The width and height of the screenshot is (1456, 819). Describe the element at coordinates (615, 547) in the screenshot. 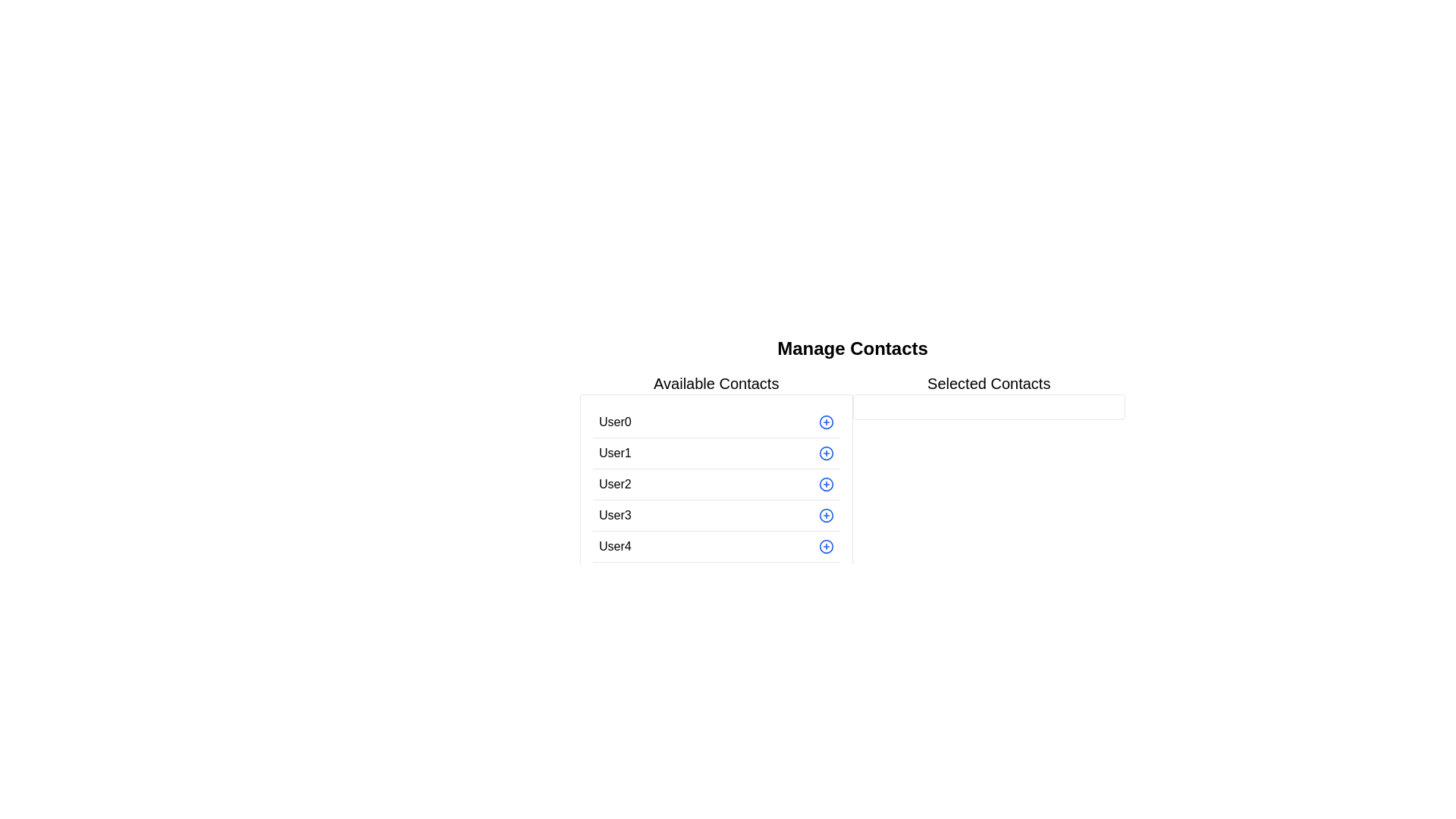

I see `the static text label identifying the contact named 'User4' in the 'Available Contacts' section` at that location.